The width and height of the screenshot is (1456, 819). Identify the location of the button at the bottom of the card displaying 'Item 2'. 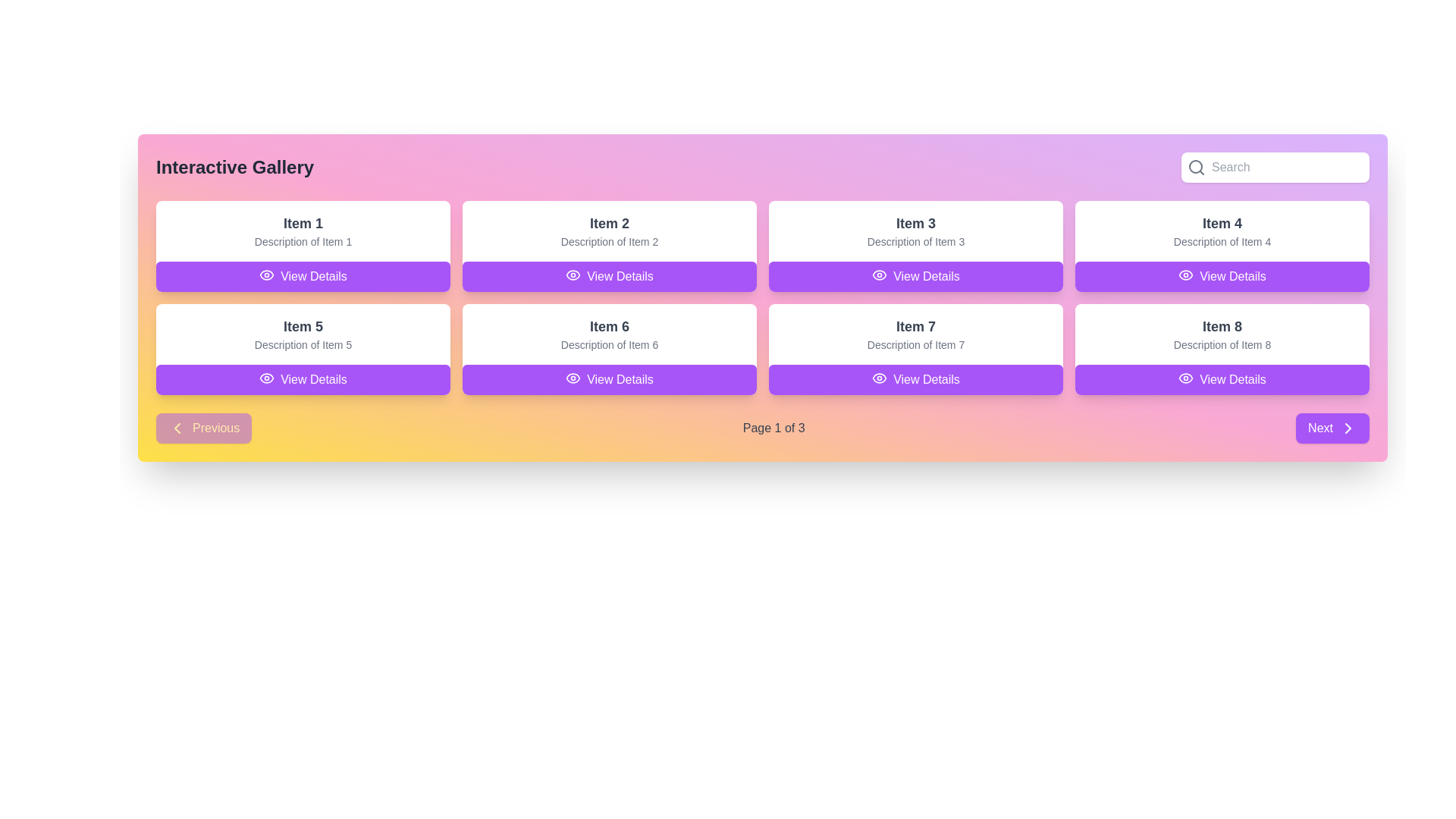
(610, 277).